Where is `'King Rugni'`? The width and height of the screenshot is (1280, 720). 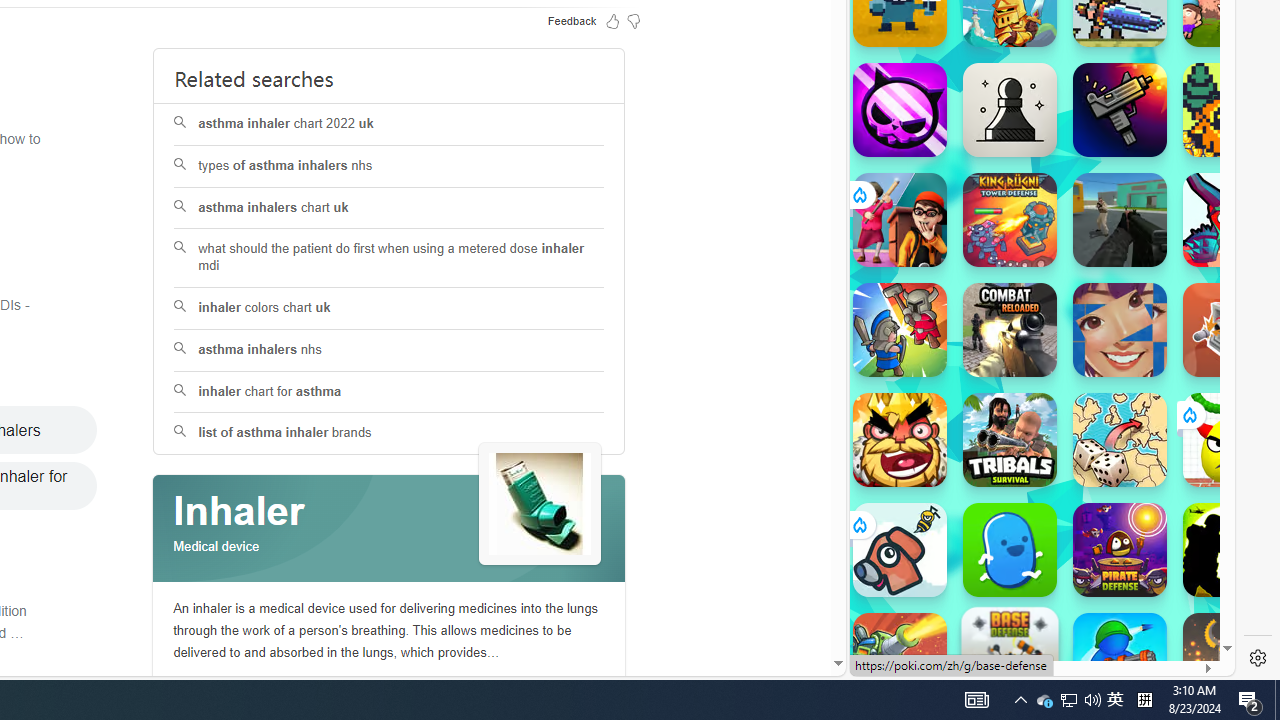
'King Rugni' is located at coordinates (1009, 219).